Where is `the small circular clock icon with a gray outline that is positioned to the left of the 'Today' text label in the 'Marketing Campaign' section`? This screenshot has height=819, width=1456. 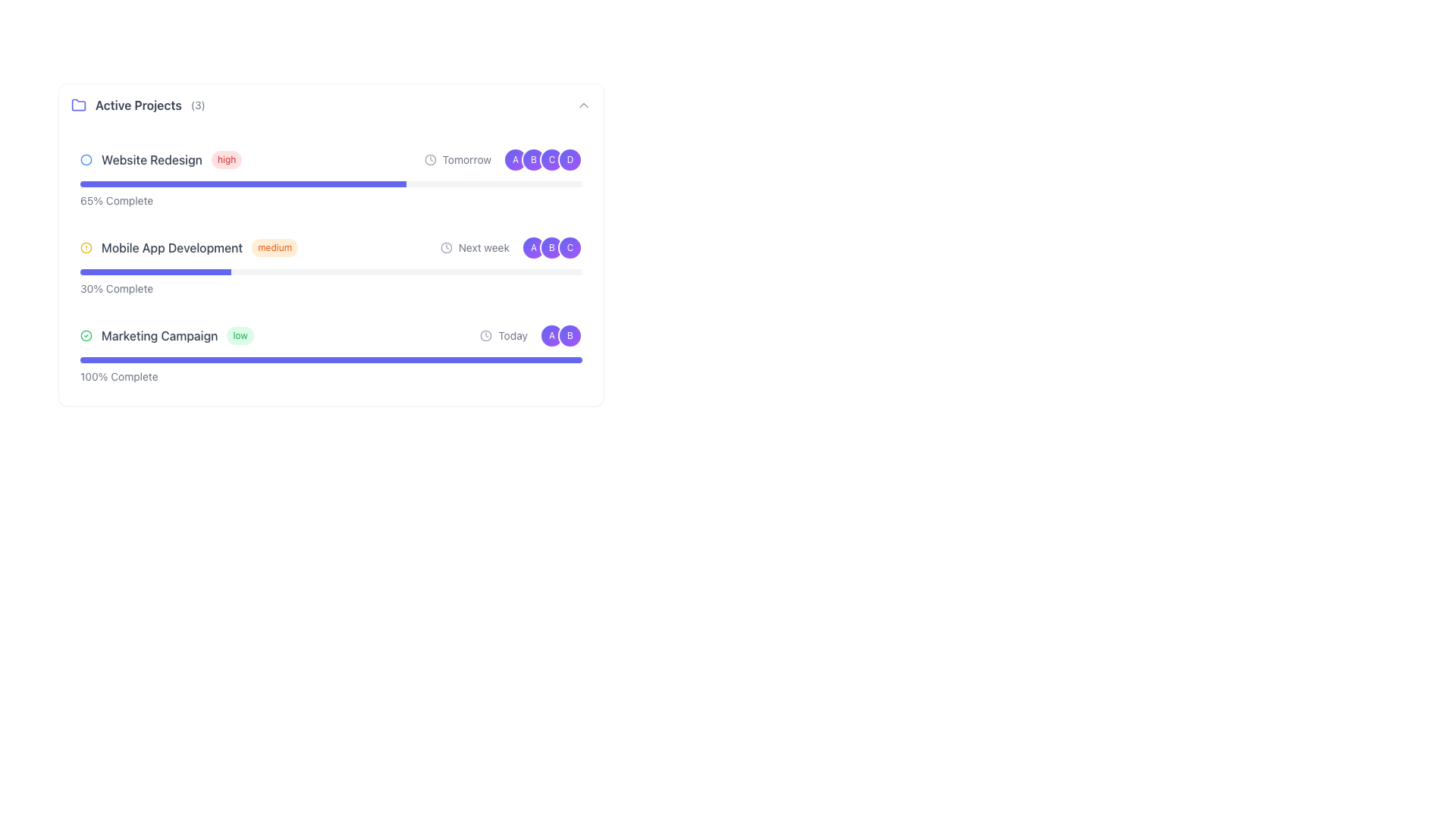 the small circular clock icon with a gray outline that is positioned to the left of the 'Today' text label in the 'Marketing Campaign' section is located at coordinates (486, 335).